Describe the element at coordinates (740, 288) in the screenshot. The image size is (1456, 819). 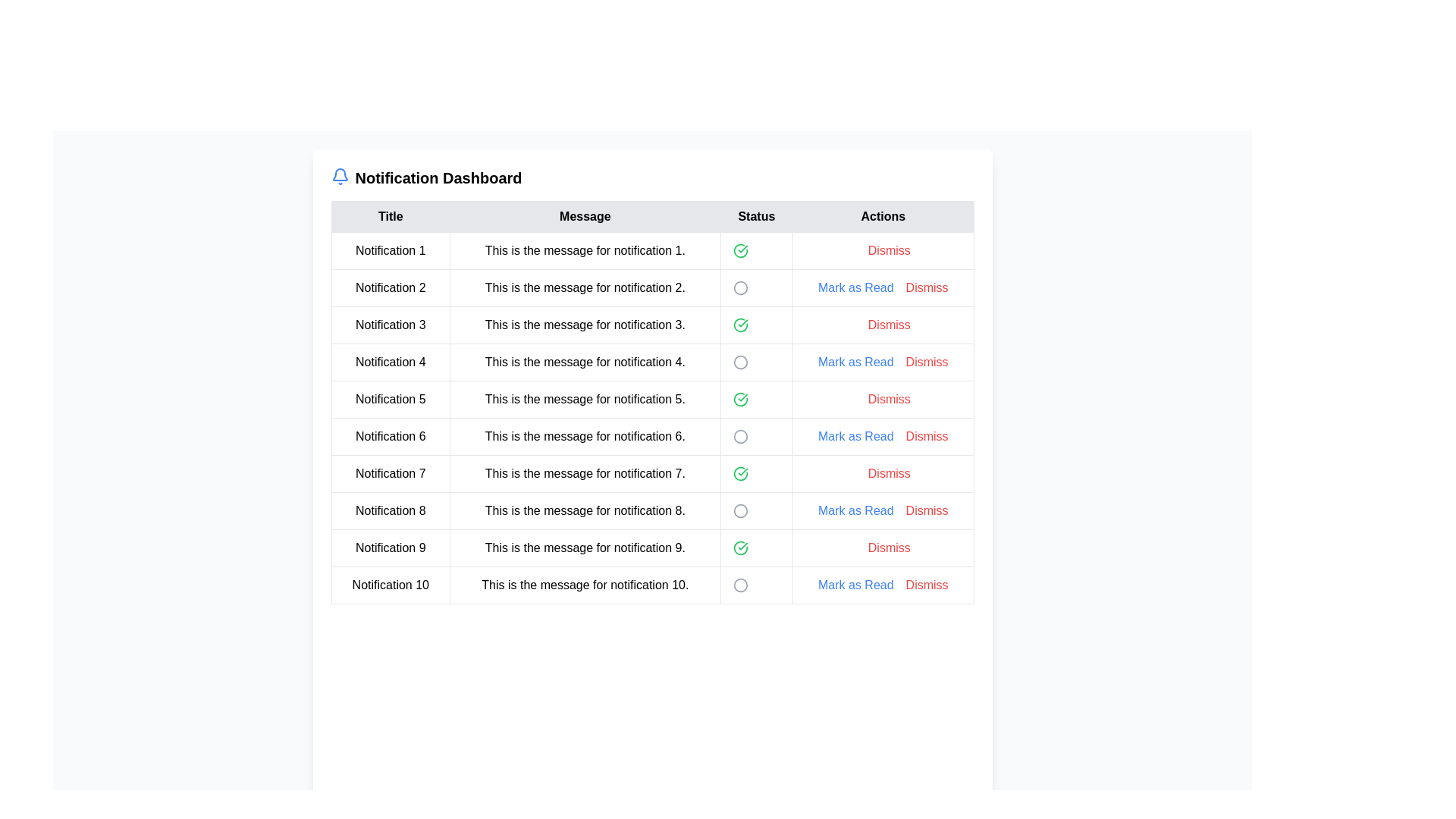
I see `the circular graphic icon in the 'Status' column of the notification table for 'Notification 2'` at that location.